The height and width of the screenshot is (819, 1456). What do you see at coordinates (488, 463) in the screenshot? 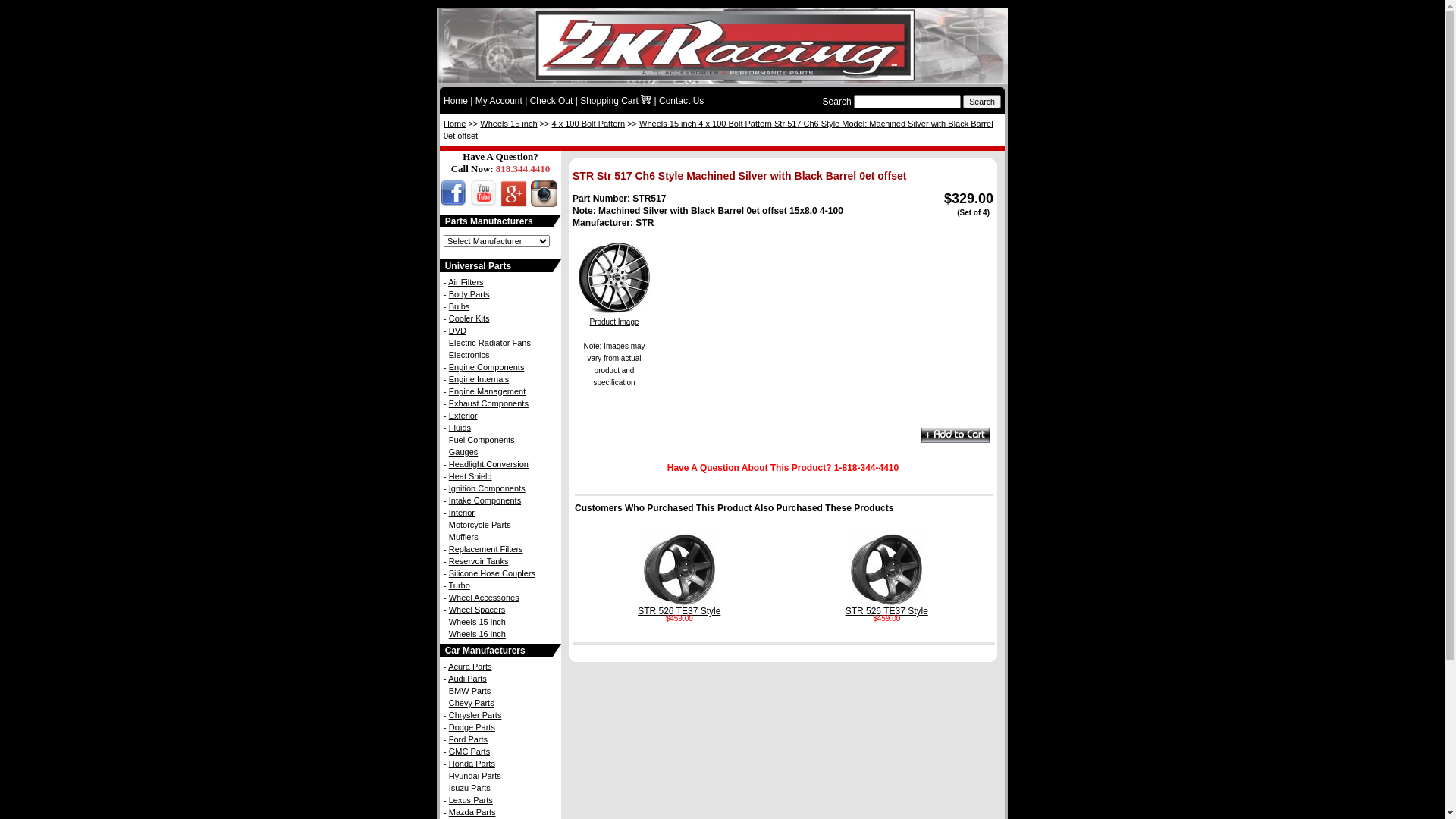
I see `'Headlight Conversion'` at bounding box center [488, 463].